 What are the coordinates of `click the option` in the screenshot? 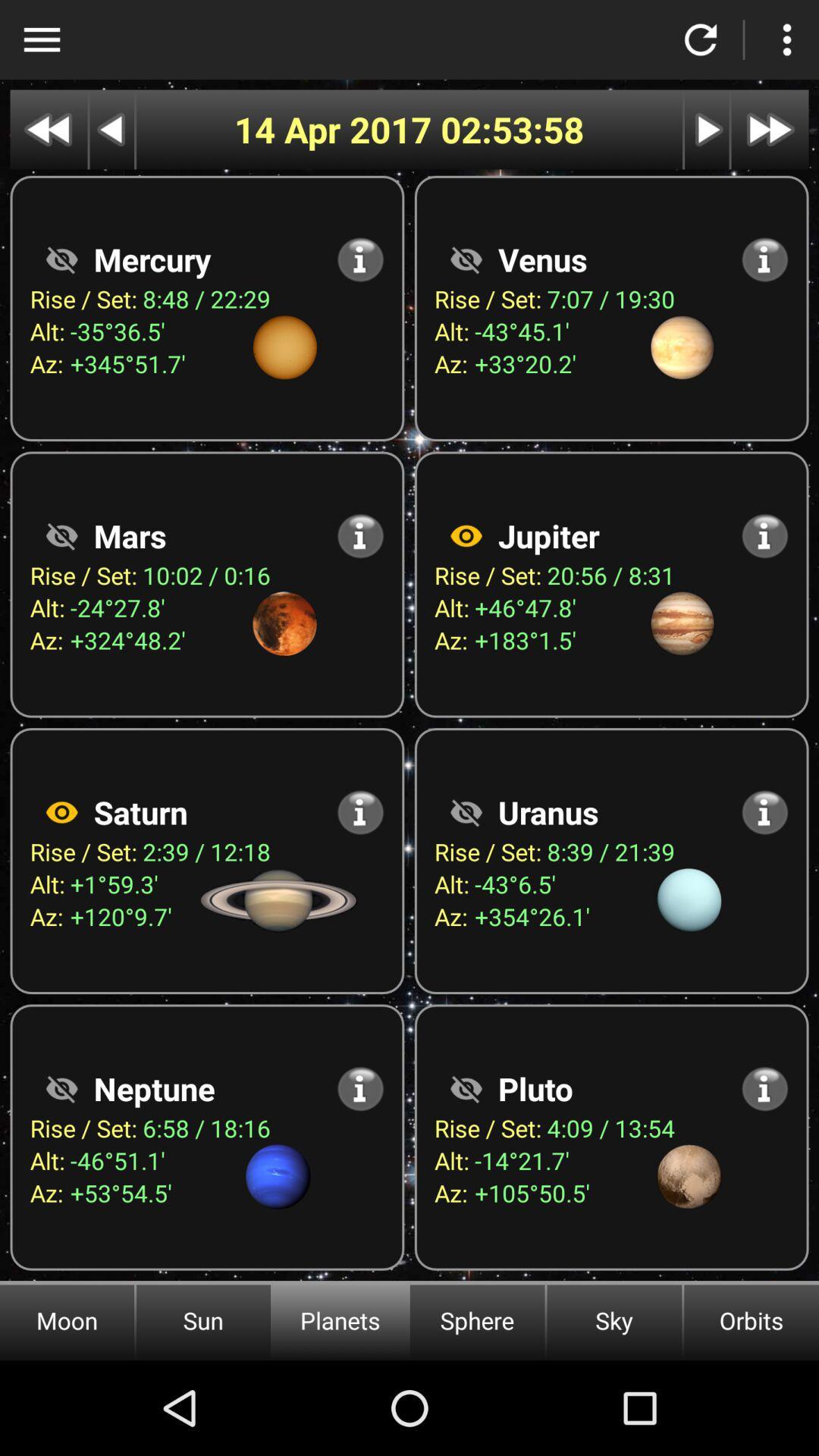 It's located at (786, 39).